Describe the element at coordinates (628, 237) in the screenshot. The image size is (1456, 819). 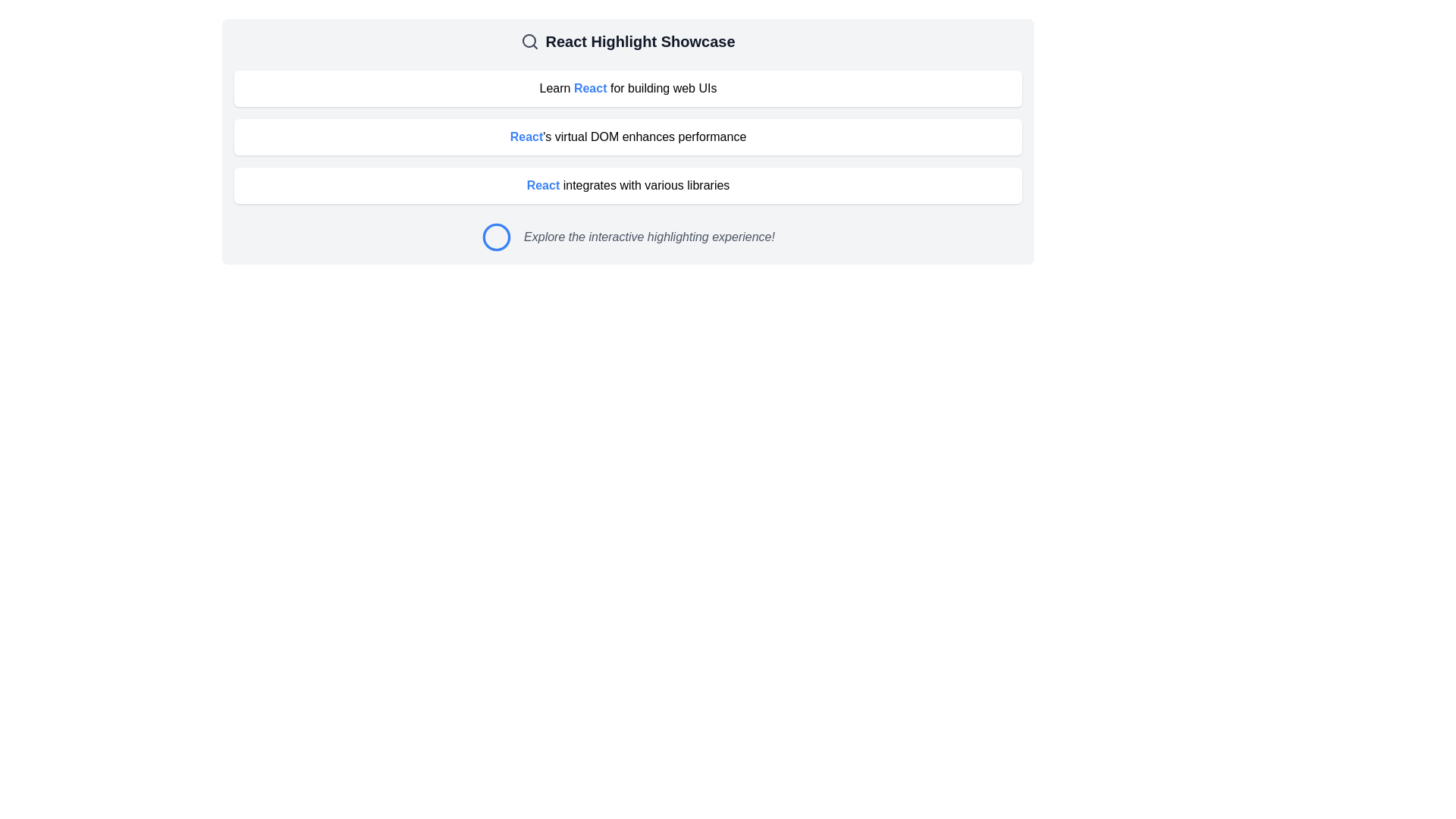
I see `the informational text 'Explore the interactive highlighting experience!' which is positioned to the right of the animated circular icon, if it is linked to a feature` at that location.